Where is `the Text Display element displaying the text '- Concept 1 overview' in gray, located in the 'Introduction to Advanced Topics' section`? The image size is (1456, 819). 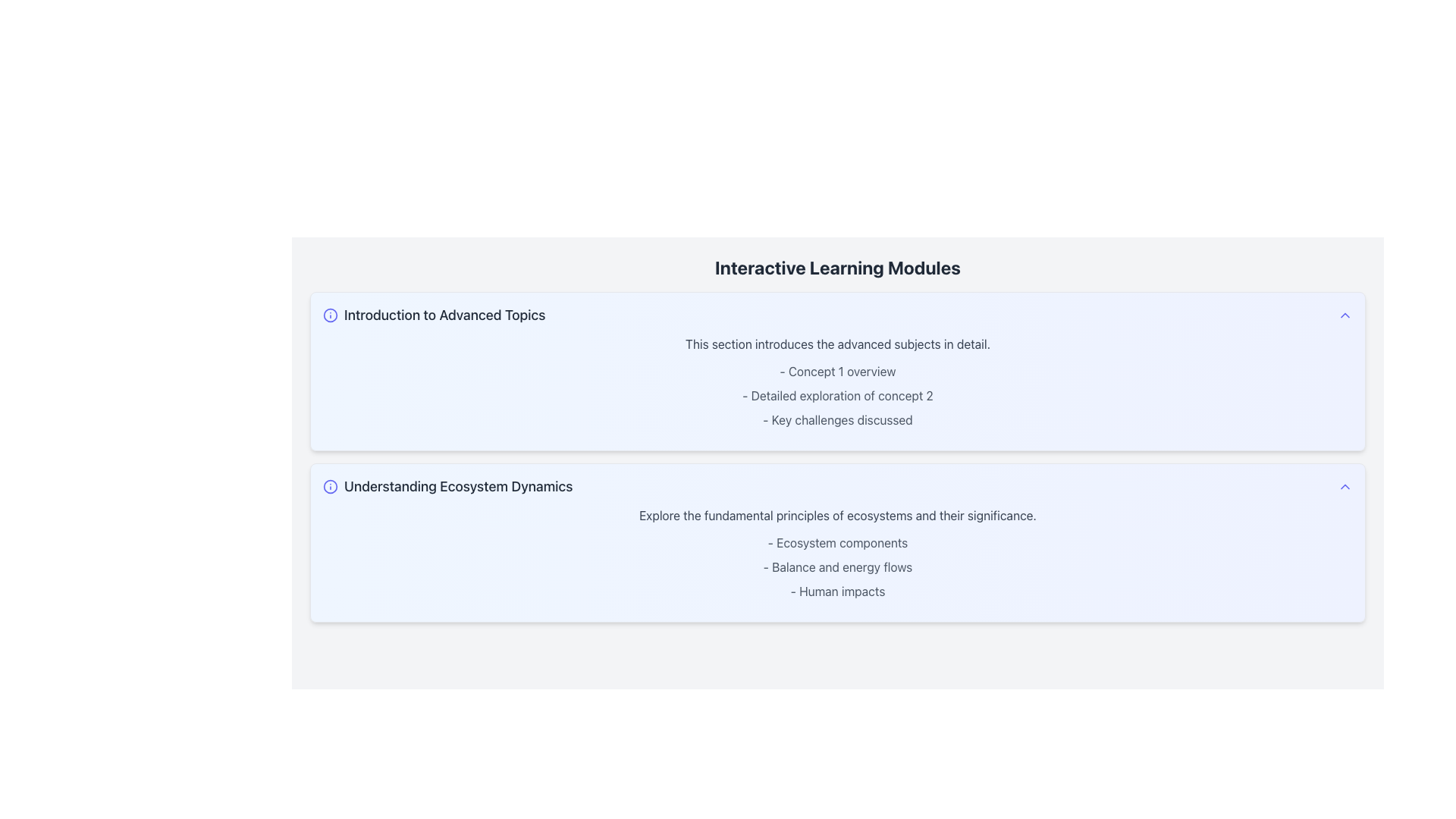
the Text Display element displaying the text '- Concept 1 overview' in gray, located in the 'Introduction to Advanced Topics' section is located at coordinates (836, 371).